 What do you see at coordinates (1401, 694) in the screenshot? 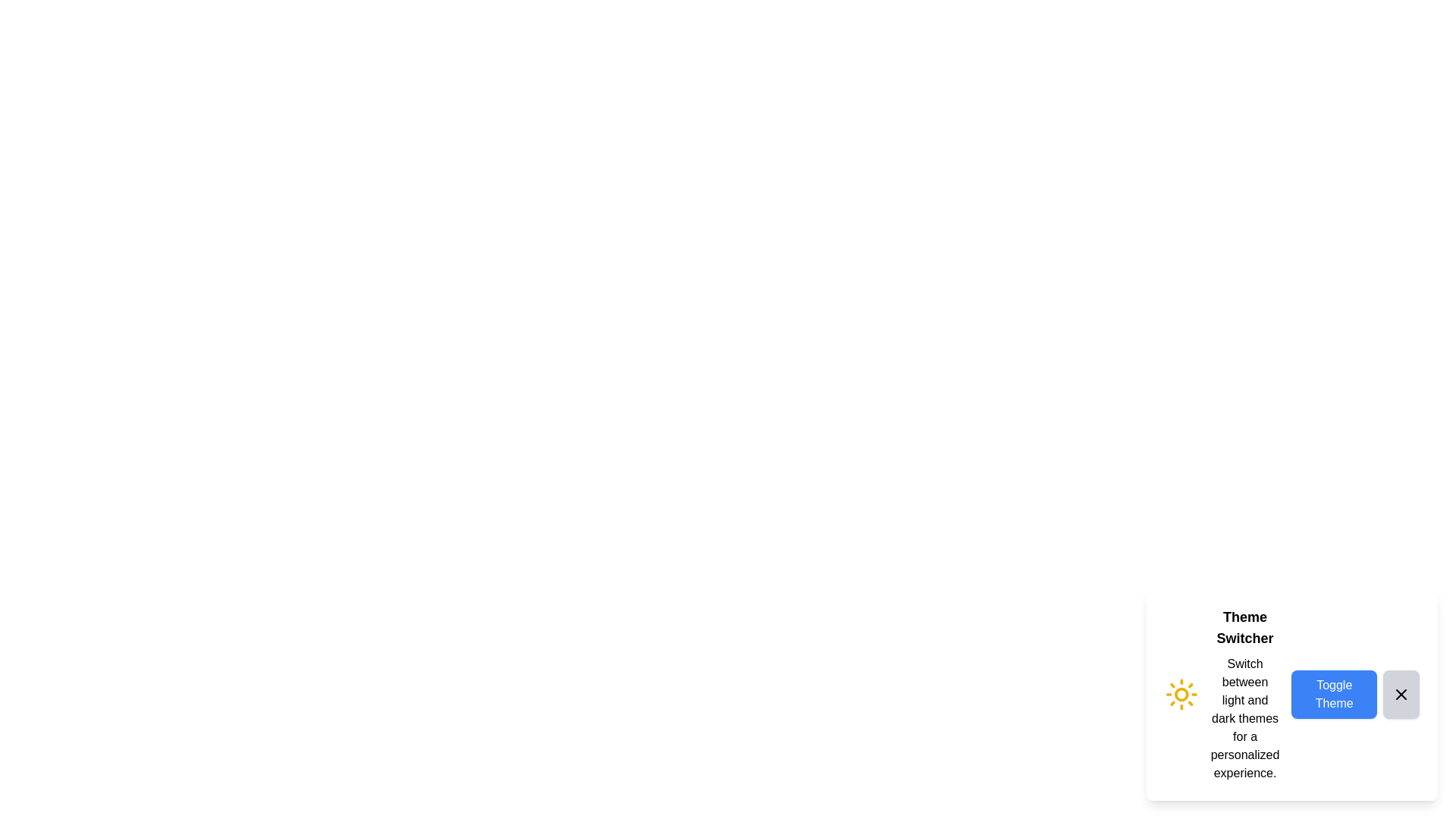
I see `the close button (X) of the snackbar to dismiss it` at bounding box center [1401, 694].